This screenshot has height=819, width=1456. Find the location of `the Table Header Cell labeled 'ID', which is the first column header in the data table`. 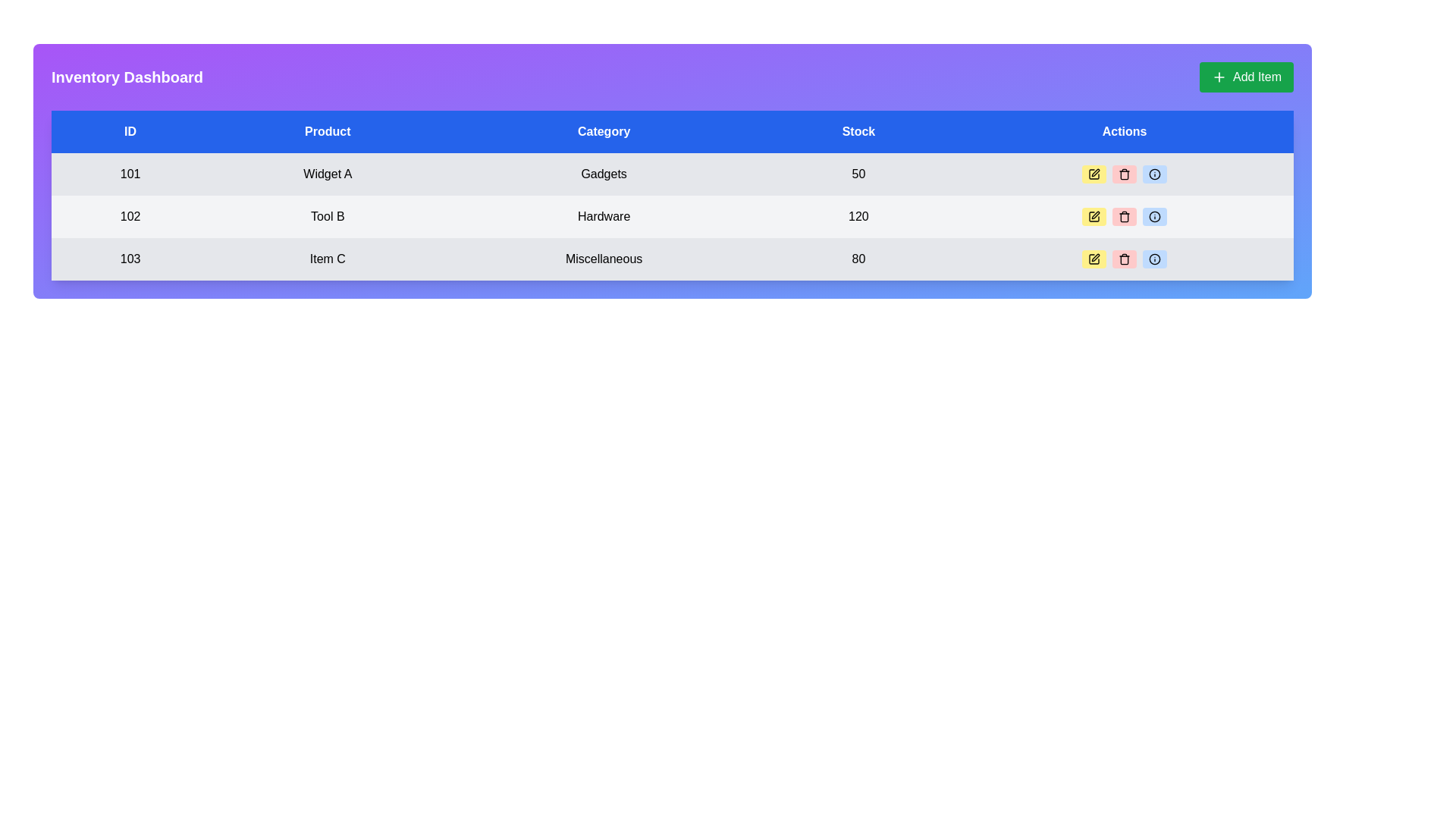

the Table Header Cell labeled 'ID', which is the first column header in the data table is located at coordinates (130, 130).